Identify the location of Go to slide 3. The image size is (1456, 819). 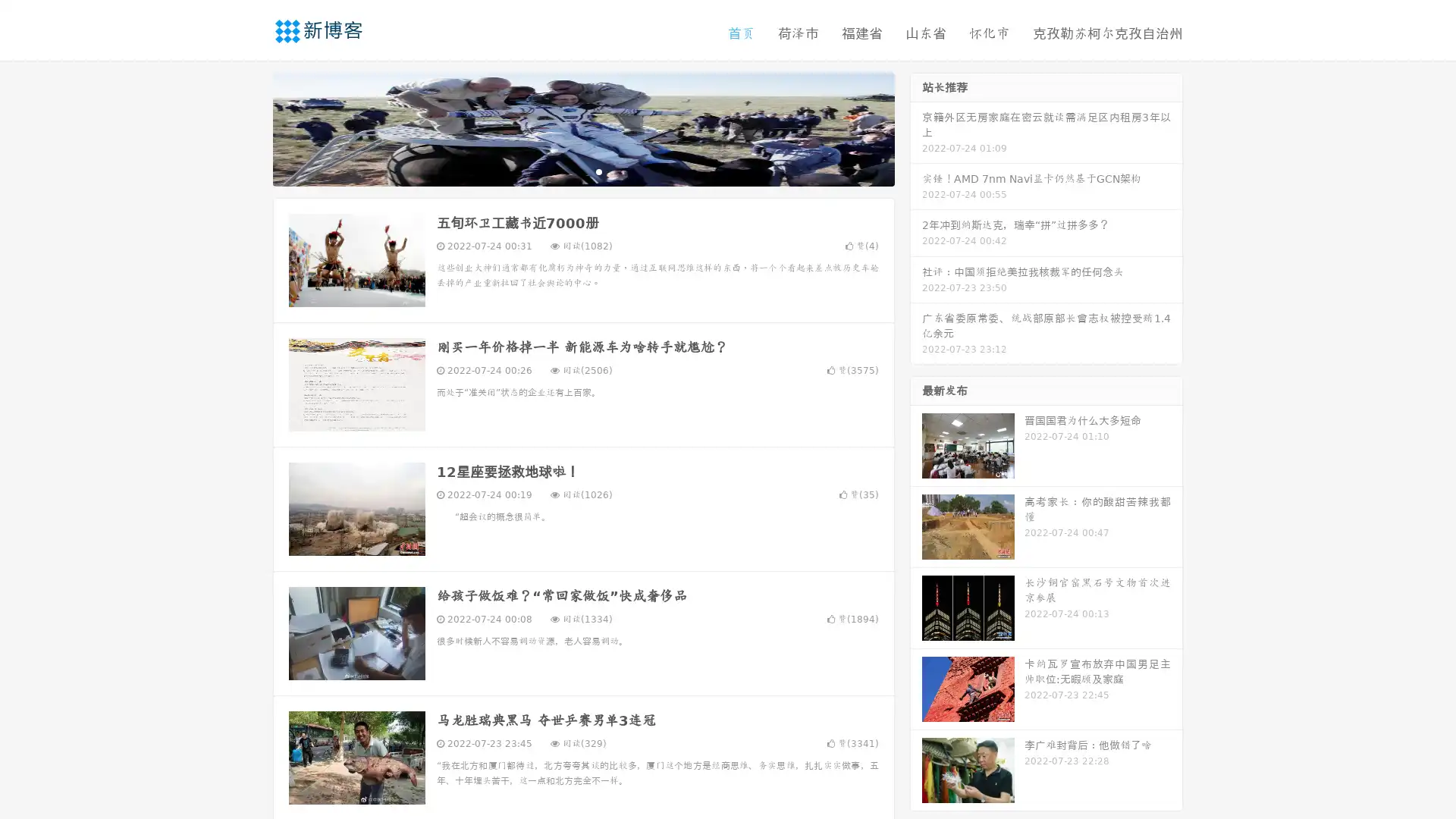
(598, 171).